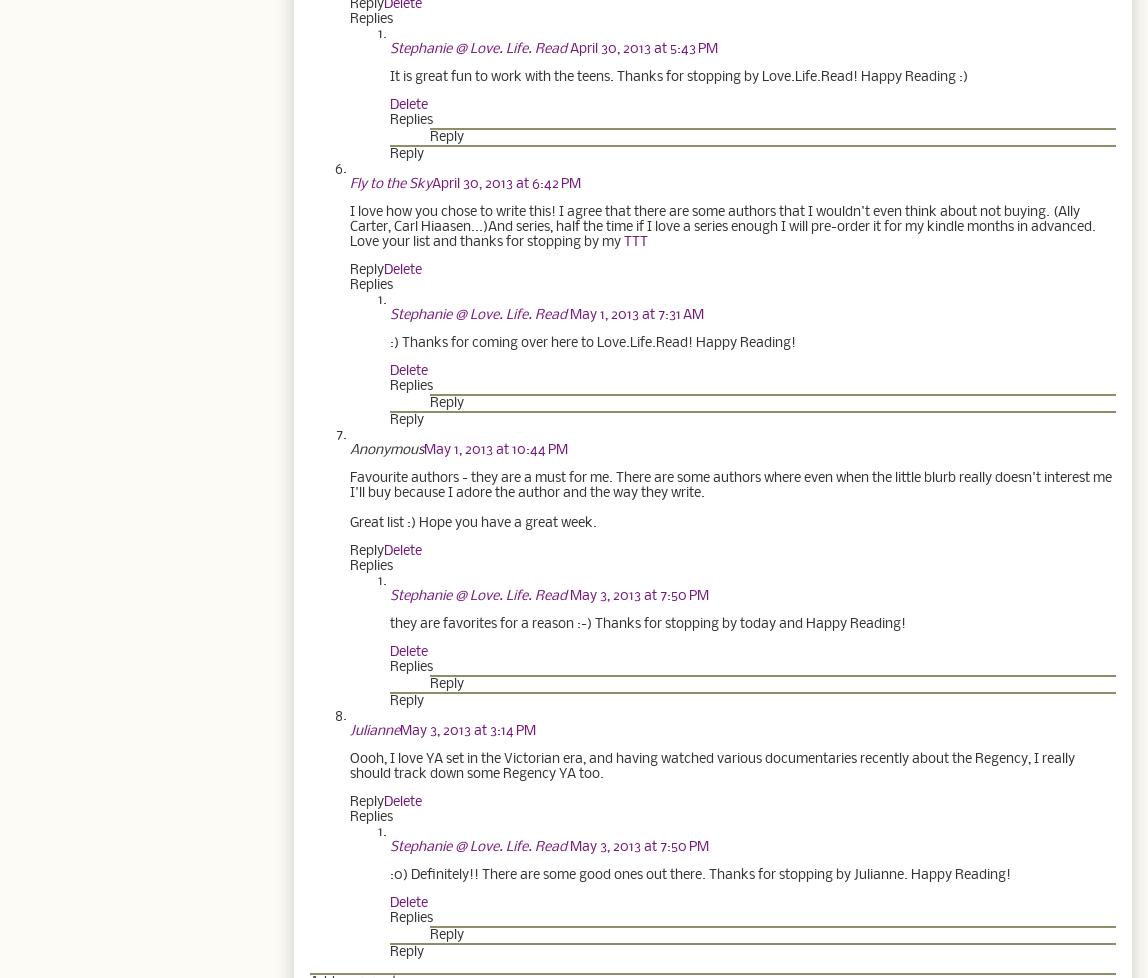  Describe the element at coordinates (731, 483) in the screenshot. I see `'Favourite authors - they are a must for me. There are some authors where even when the little blurb really doesn't interest me I'll buy because I adore the author and the way they write.'` at that location.